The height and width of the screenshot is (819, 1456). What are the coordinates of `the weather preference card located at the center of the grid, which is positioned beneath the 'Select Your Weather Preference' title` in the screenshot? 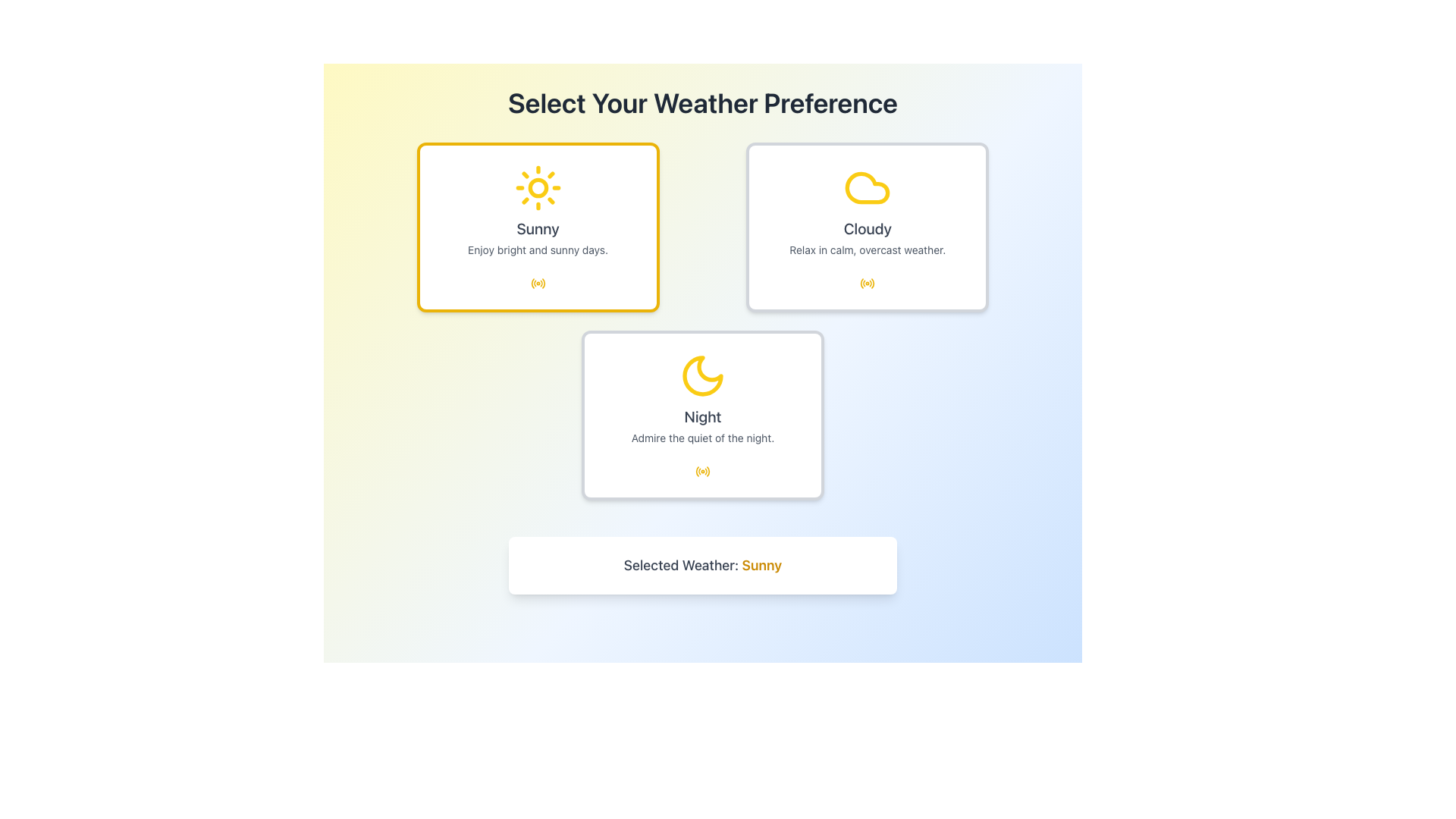 It's located at (701, 321).